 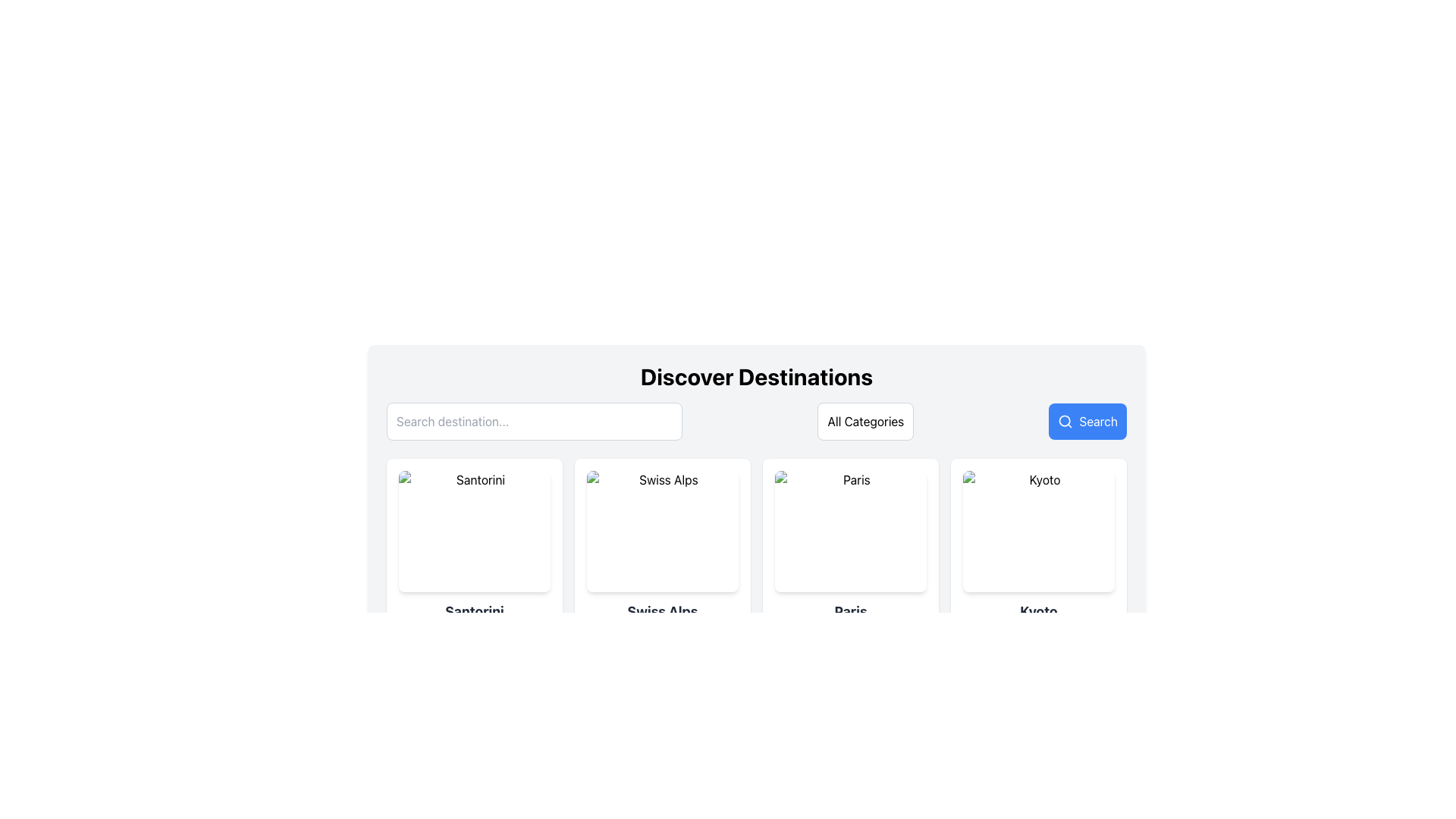 What do you see at coordinates (866, 421) in the screenshot?
I see `the 'All Categories' dropdown menu` at bounding box center [866, 421].